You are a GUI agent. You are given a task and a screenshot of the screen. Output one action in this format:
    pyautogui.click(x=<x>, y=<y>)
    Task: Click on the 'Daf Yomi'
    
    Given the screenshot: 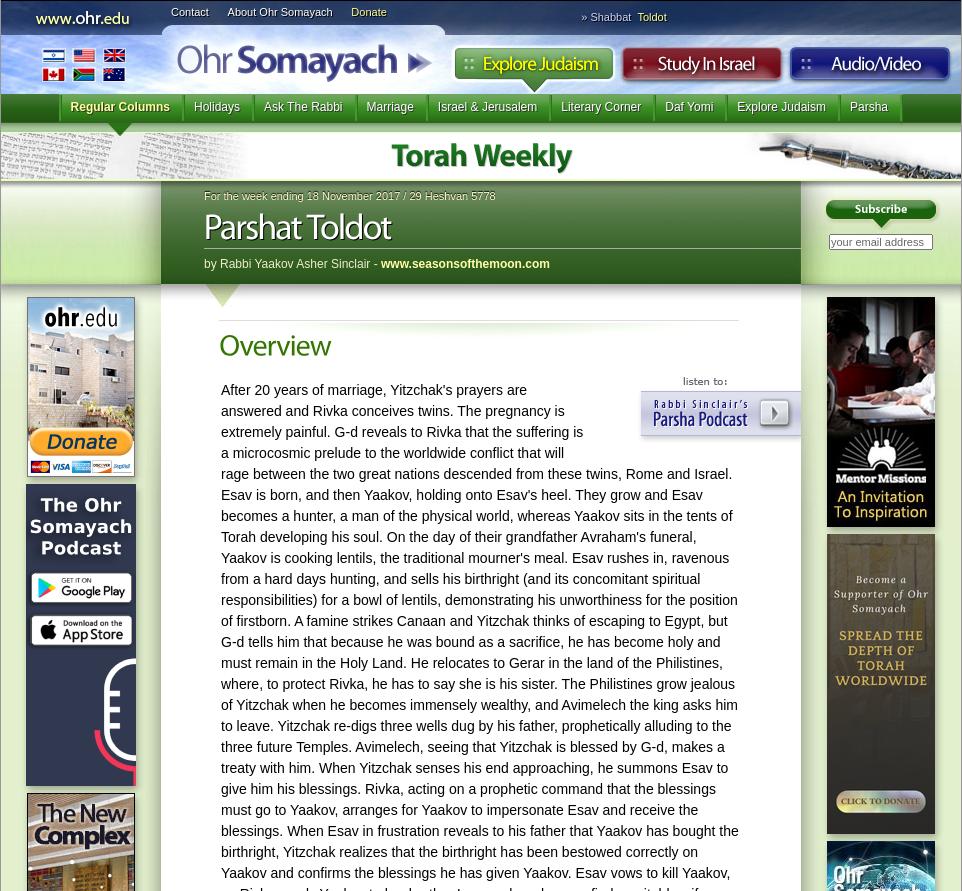 What is the action you would take?
    pyautogui.click(x=687, y=106)
    